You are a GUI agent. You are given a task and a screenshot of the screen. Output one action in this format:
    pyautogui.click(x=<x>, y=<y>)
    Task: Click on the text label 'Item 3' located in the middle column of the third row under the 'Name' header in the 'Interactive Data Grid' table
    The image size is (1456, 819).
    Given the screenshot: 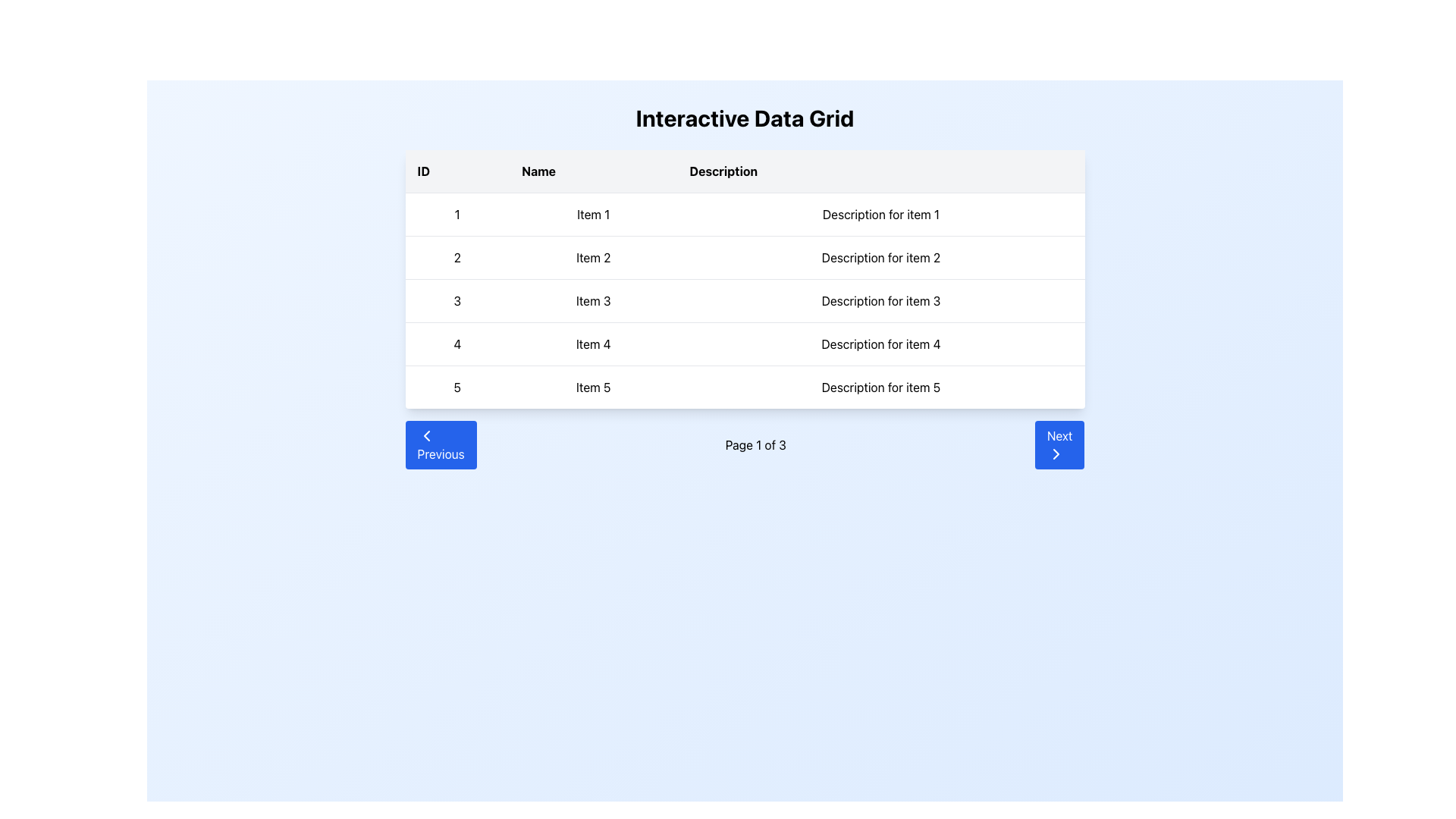 What is the action you would take?
    pyautogui.click(x=592, y=301)
    